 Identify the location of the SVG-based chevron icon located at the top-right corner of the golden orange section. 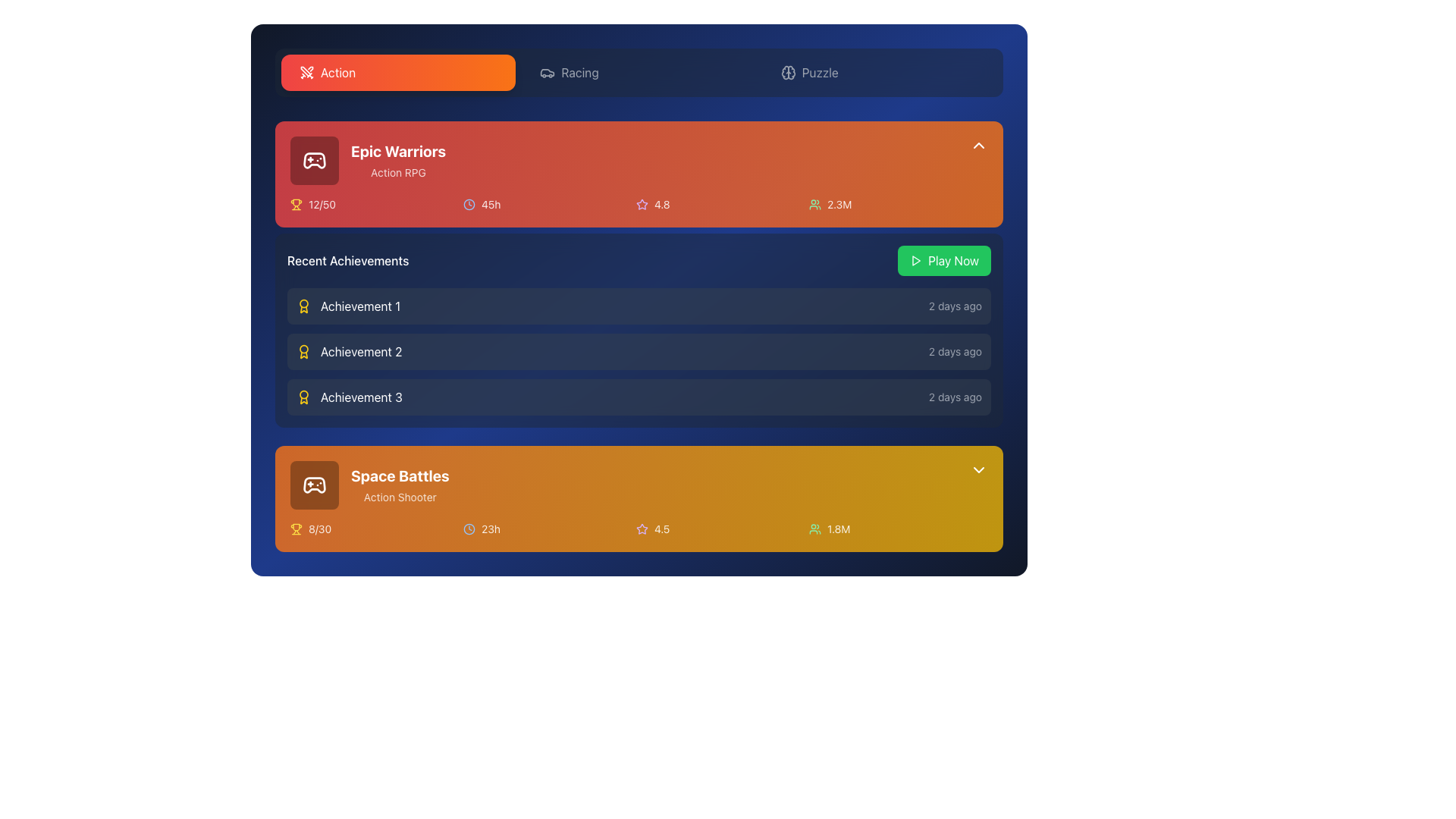
(979, 469).